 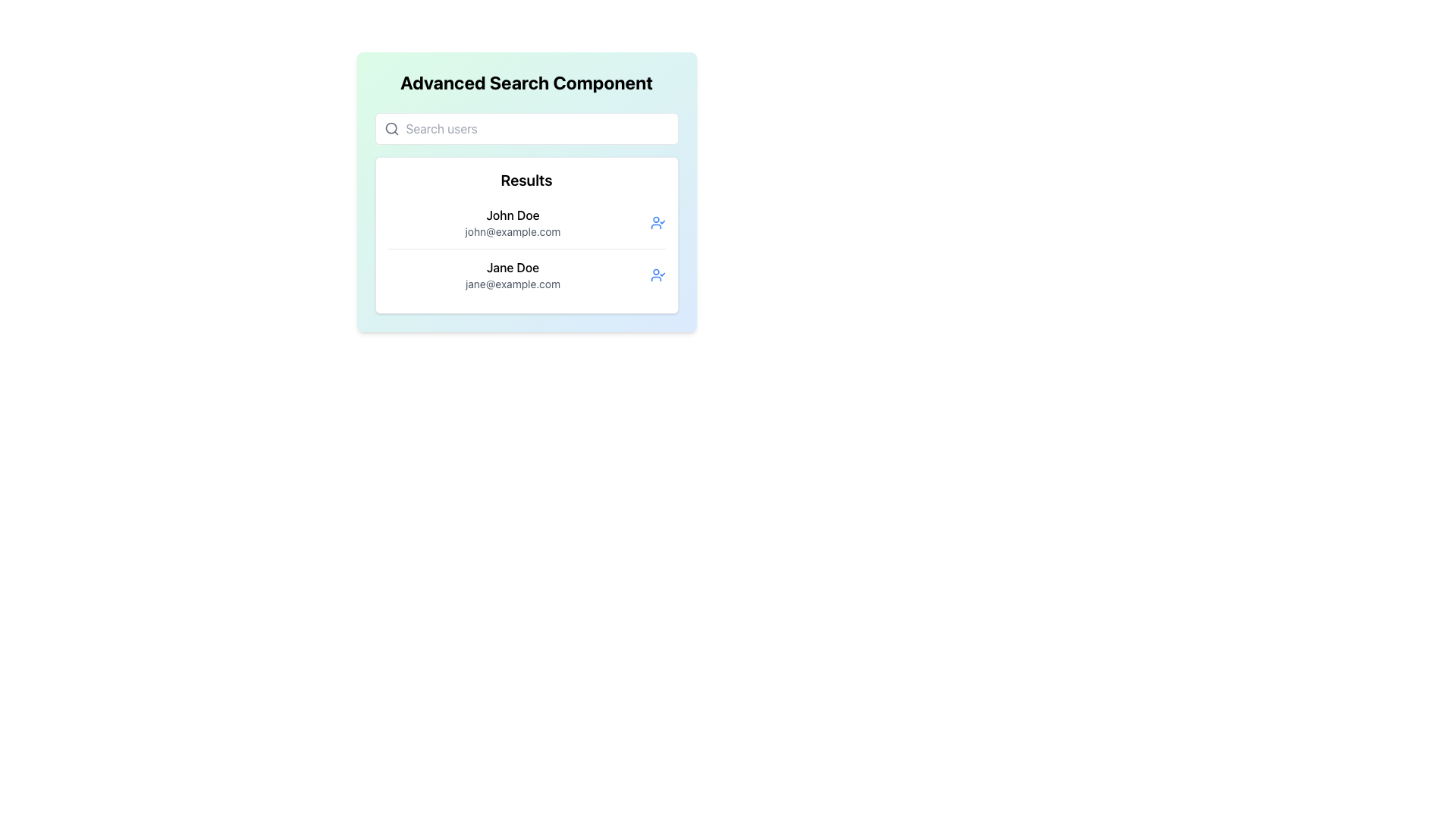 What do you see at coordinates (513, 231) in the screenshot?
I see `the static text displaying the email address associated with the user 'John Doe' in the search results, located below the name 'John Doe'` at bounding box center [513, 231].